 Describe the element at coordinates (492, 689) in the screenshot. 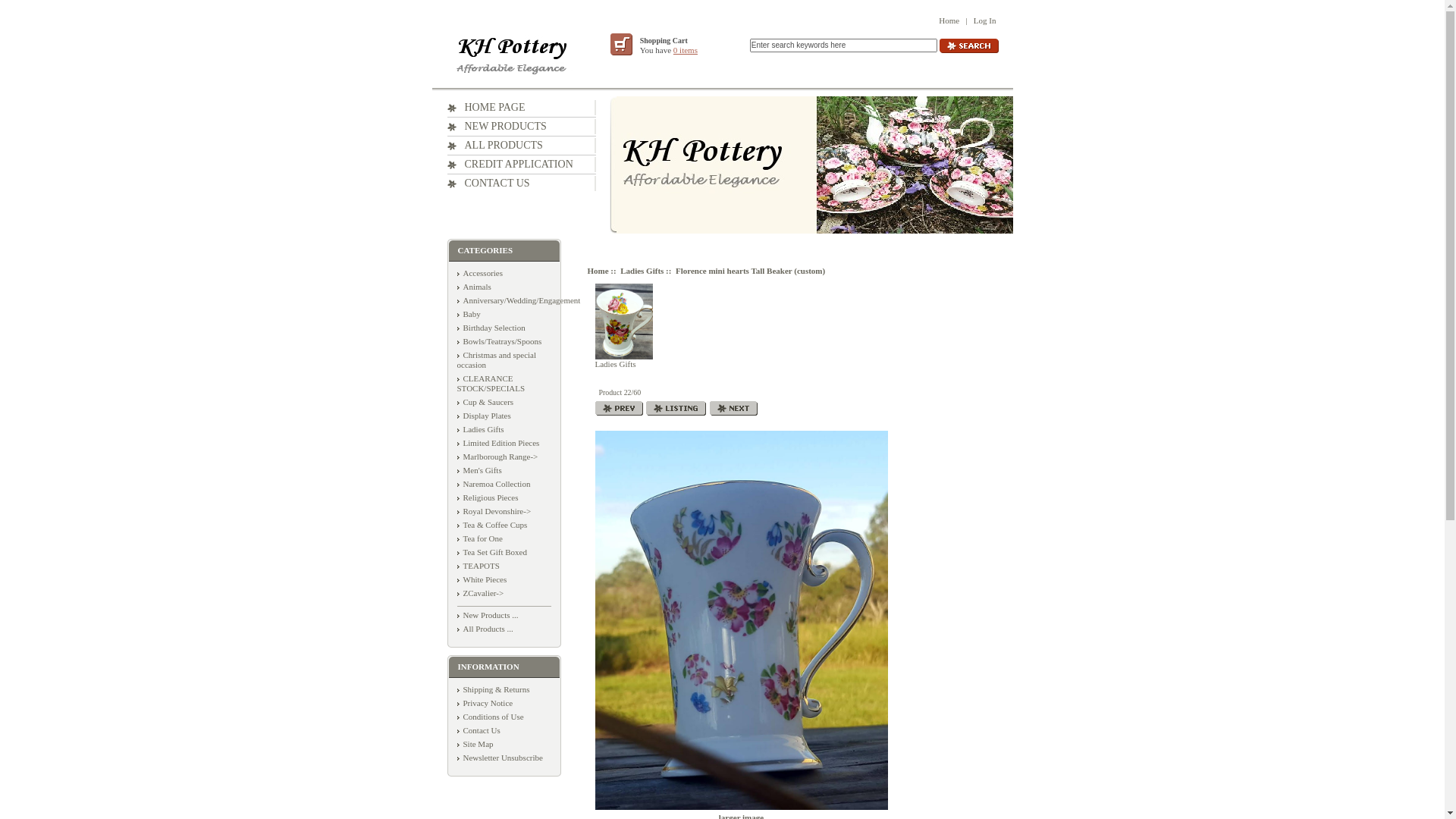

I see `'Shipping & Returns'` at that location.